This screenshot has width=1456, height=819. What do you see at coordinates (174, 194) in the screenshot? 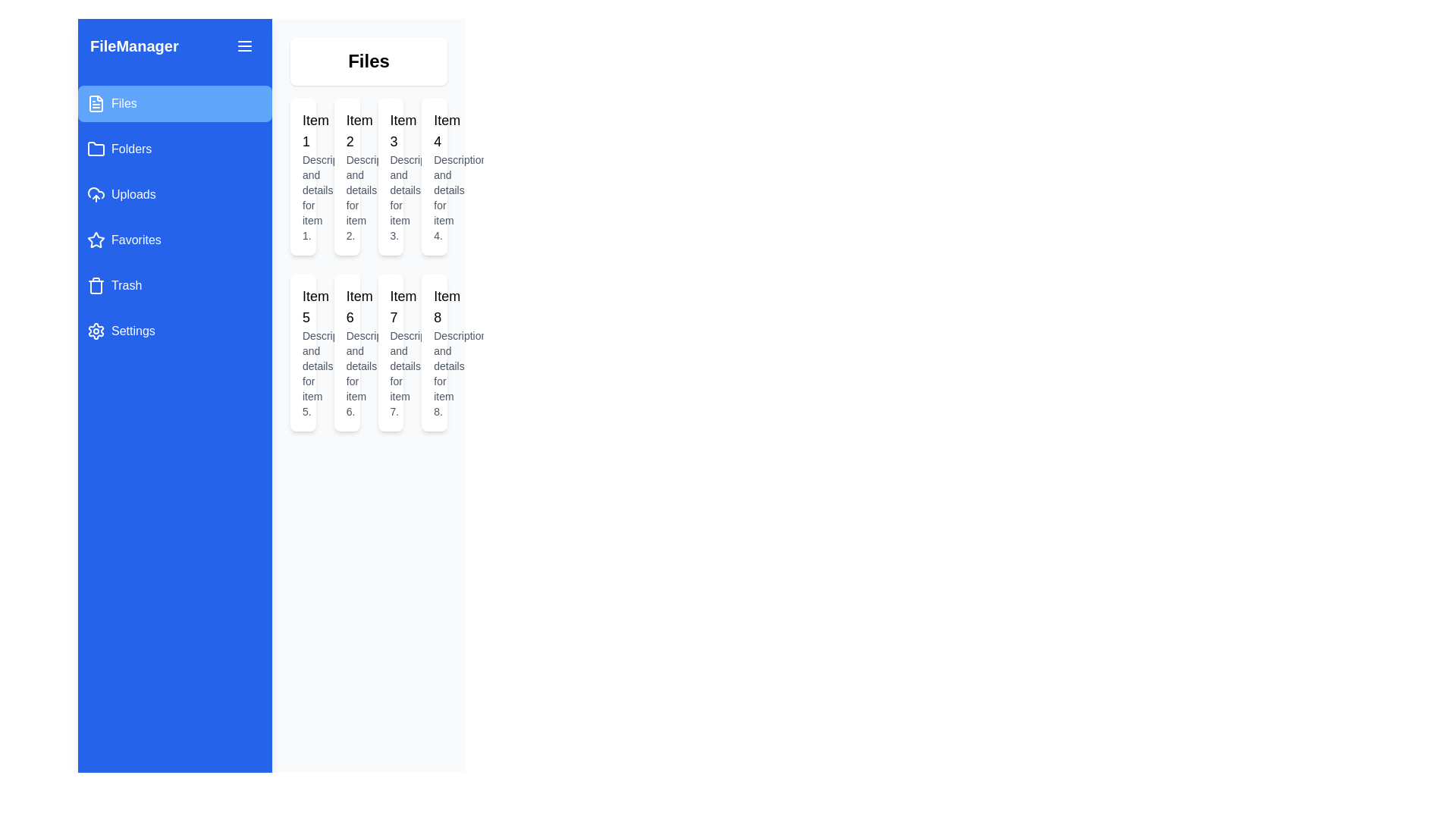
I see `the third menu item in the vertical list of sidebar options` at bounding box center [174, 194].